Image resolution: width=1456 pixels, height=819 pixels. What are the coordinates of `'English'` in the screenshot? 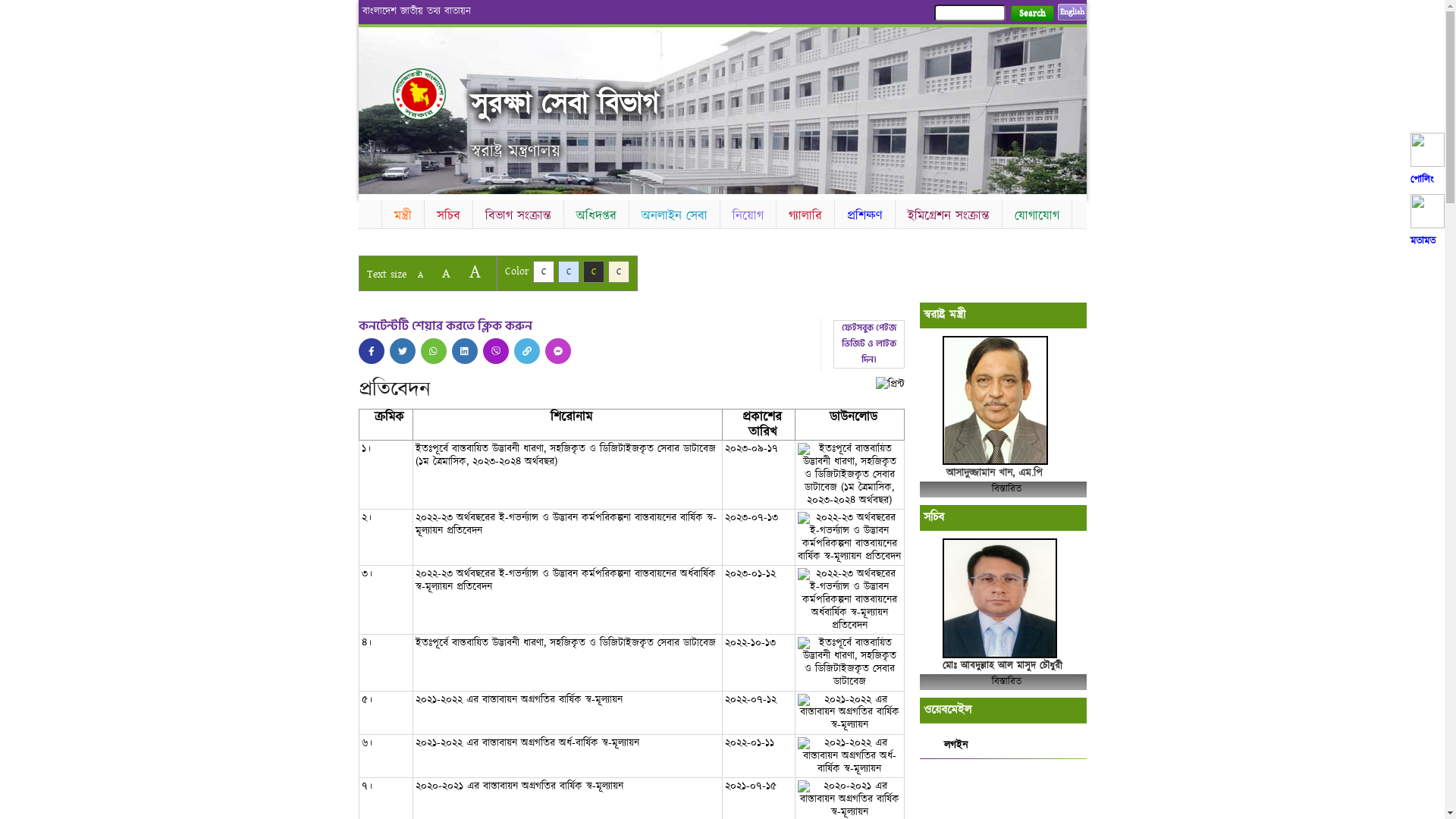 It's located at (1070, 11).